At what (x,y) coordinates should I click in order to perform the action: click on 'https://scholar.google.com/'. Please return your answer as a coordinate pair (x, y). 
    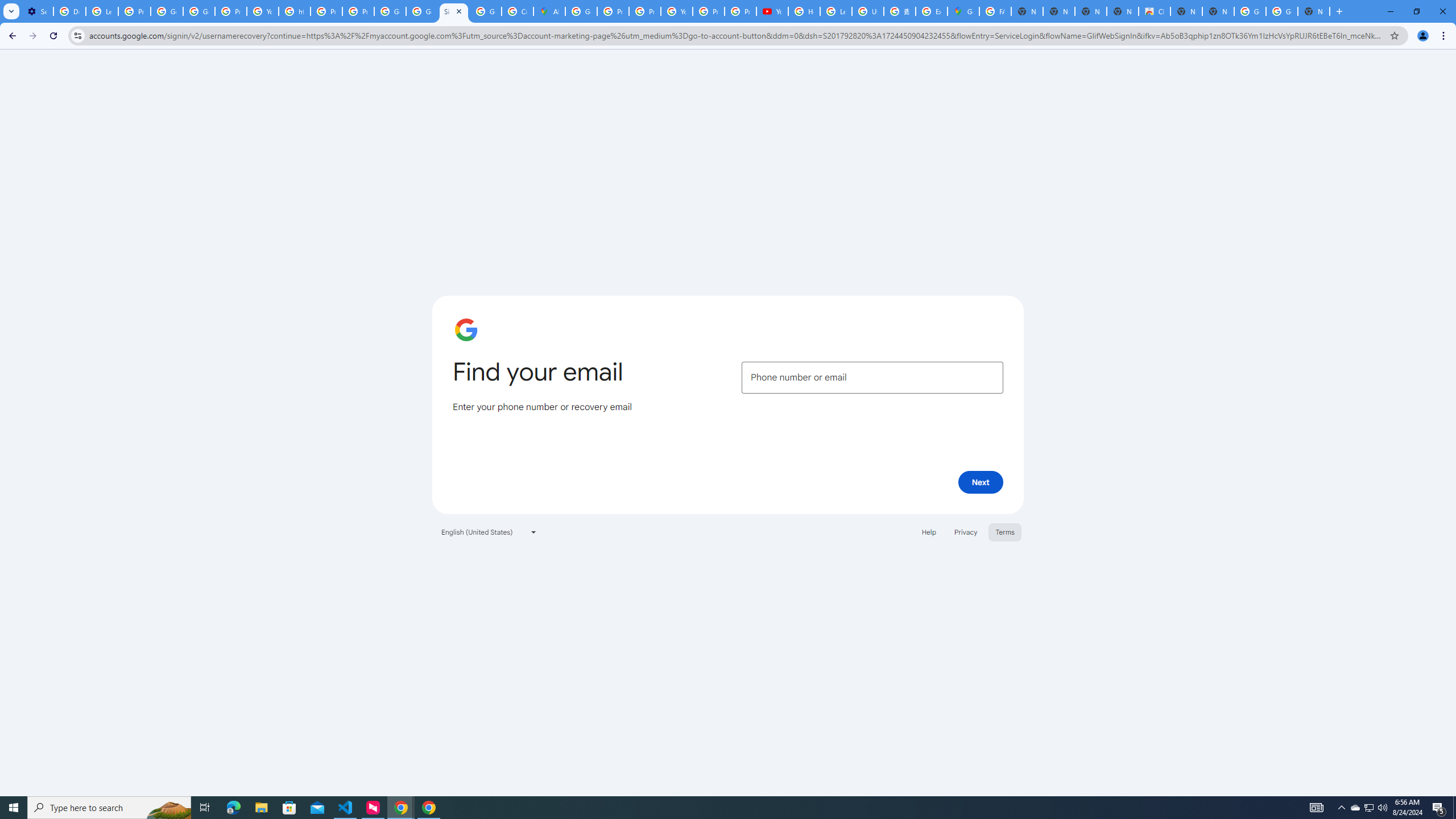
    Looking at the image, I should click on (294, 11).